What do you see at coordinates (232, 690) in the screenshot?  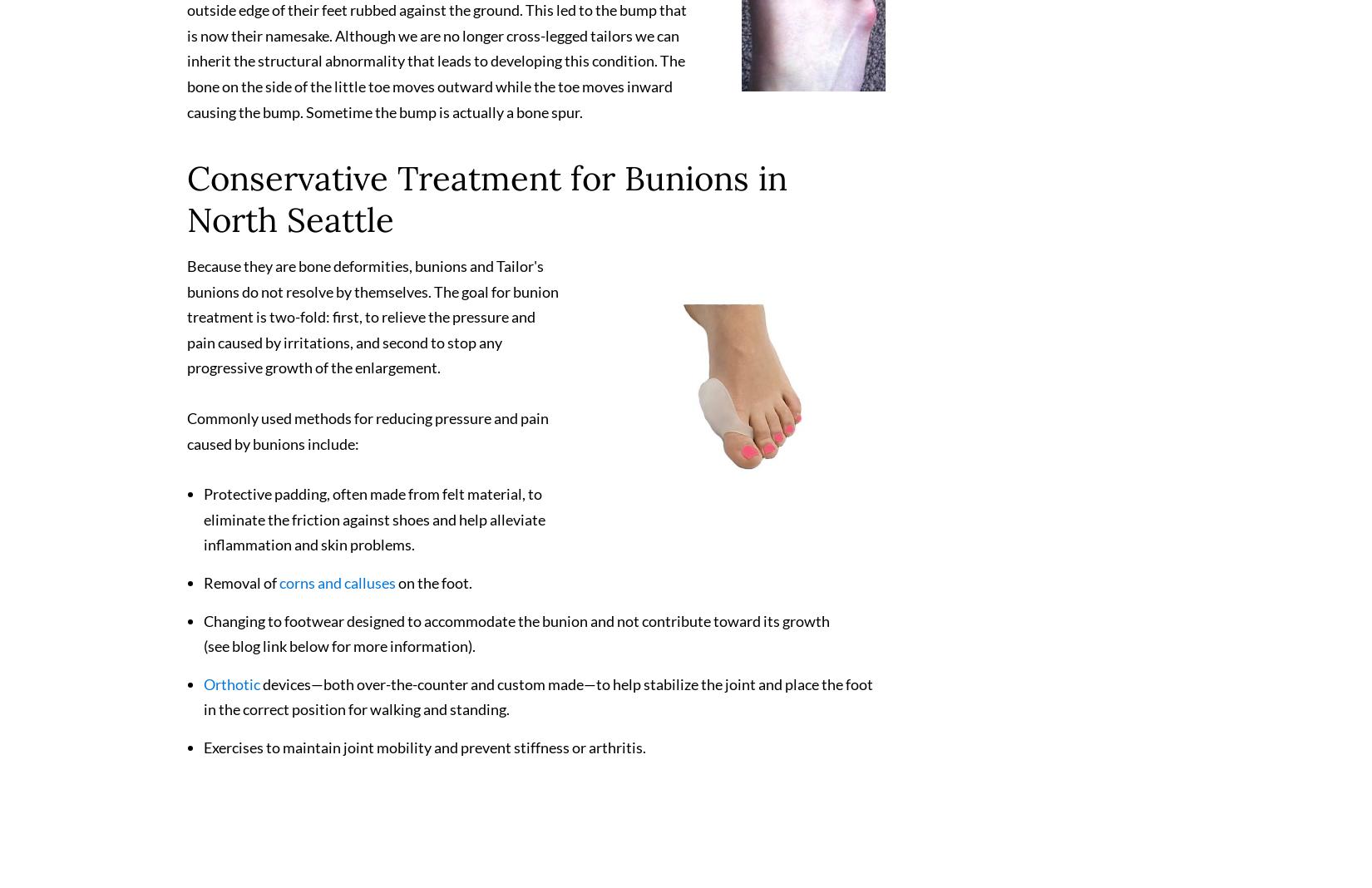 I see `'Orthotic'` at bounding box center [232, 690].